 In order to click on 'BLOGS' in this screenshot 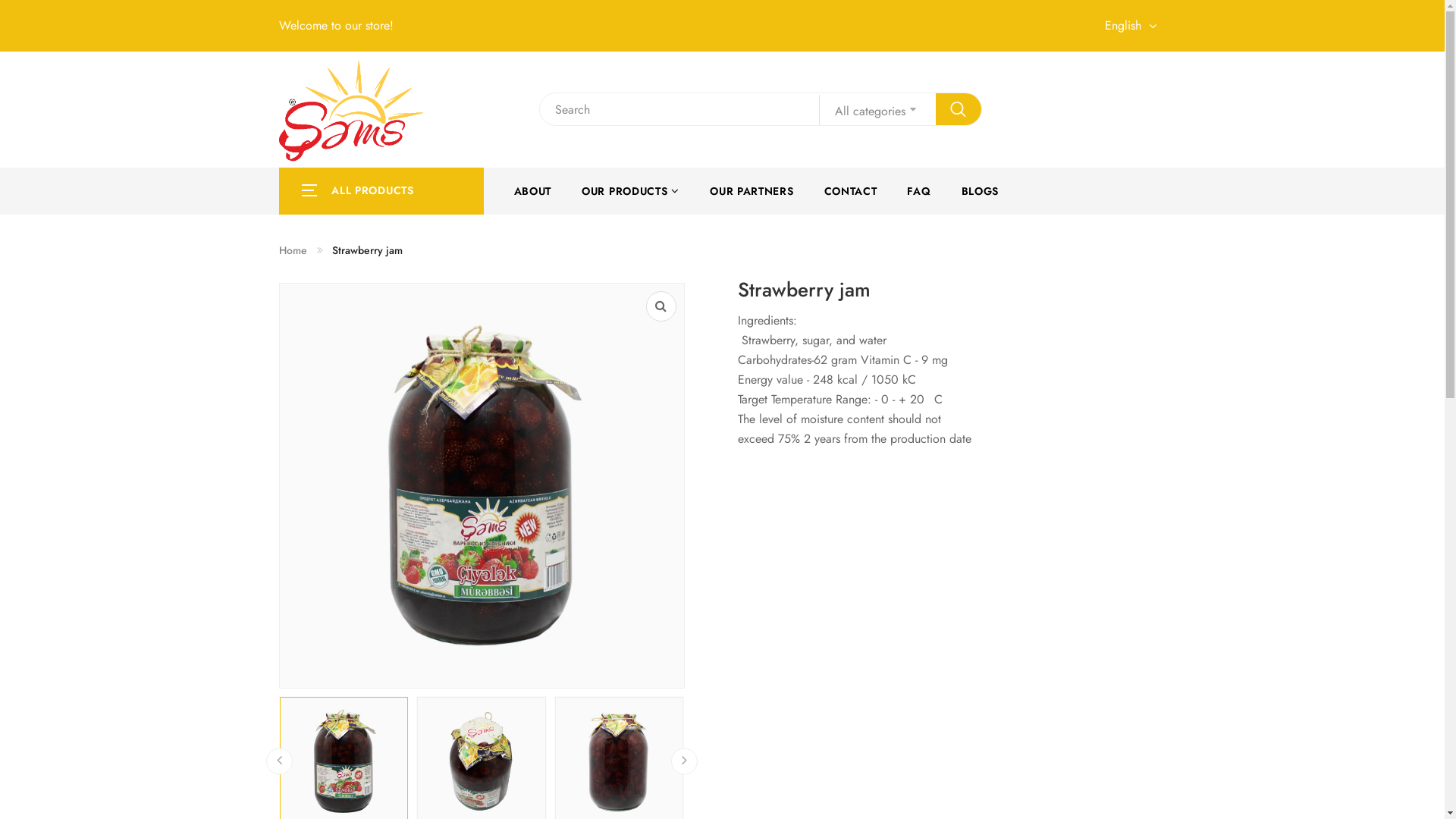, I will do `click(980, 190)`.